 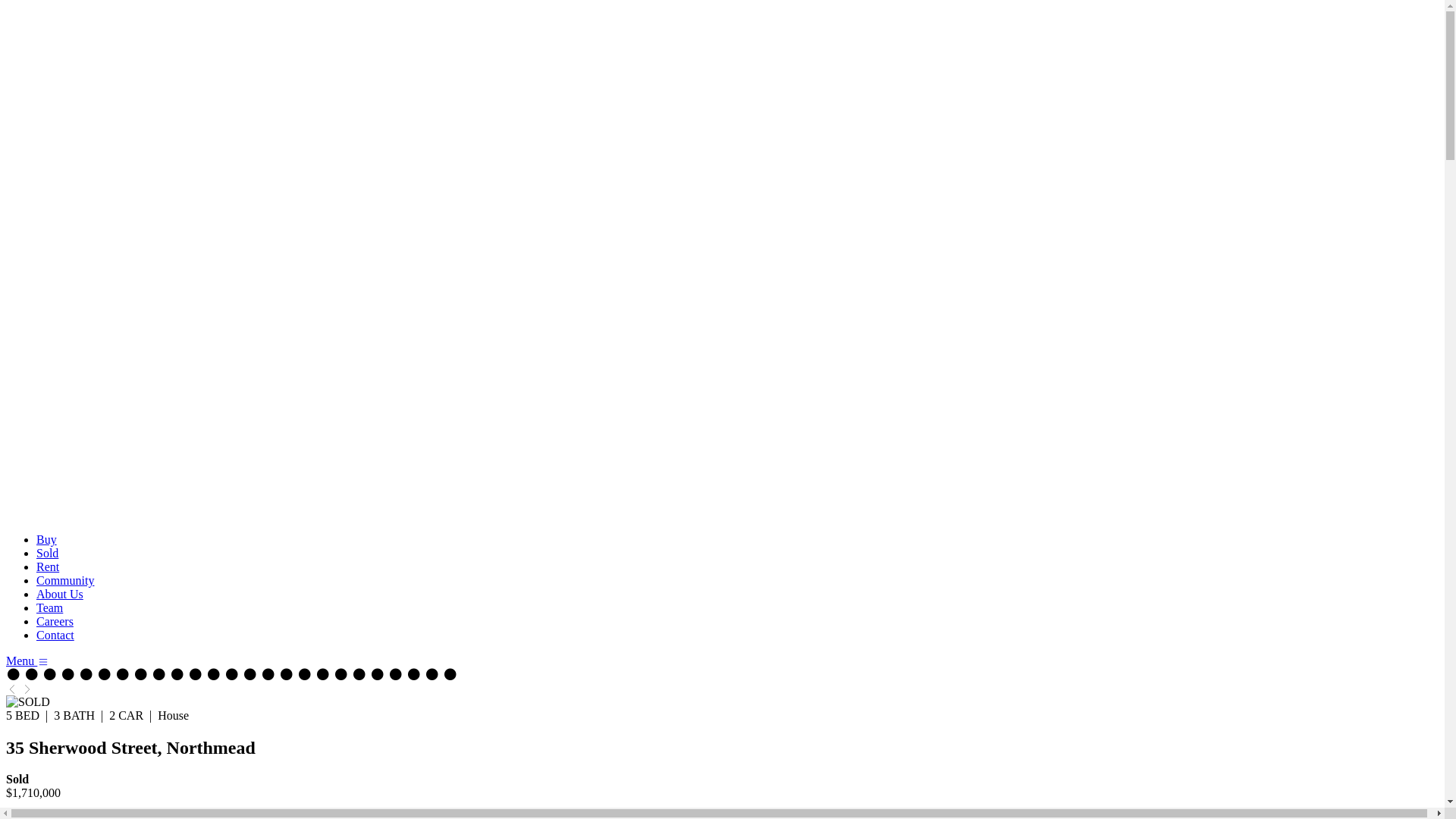 What do you see at coordinates (49, 607) in the screenshot?
I see `'Team'` at bounding box center [49, 607].